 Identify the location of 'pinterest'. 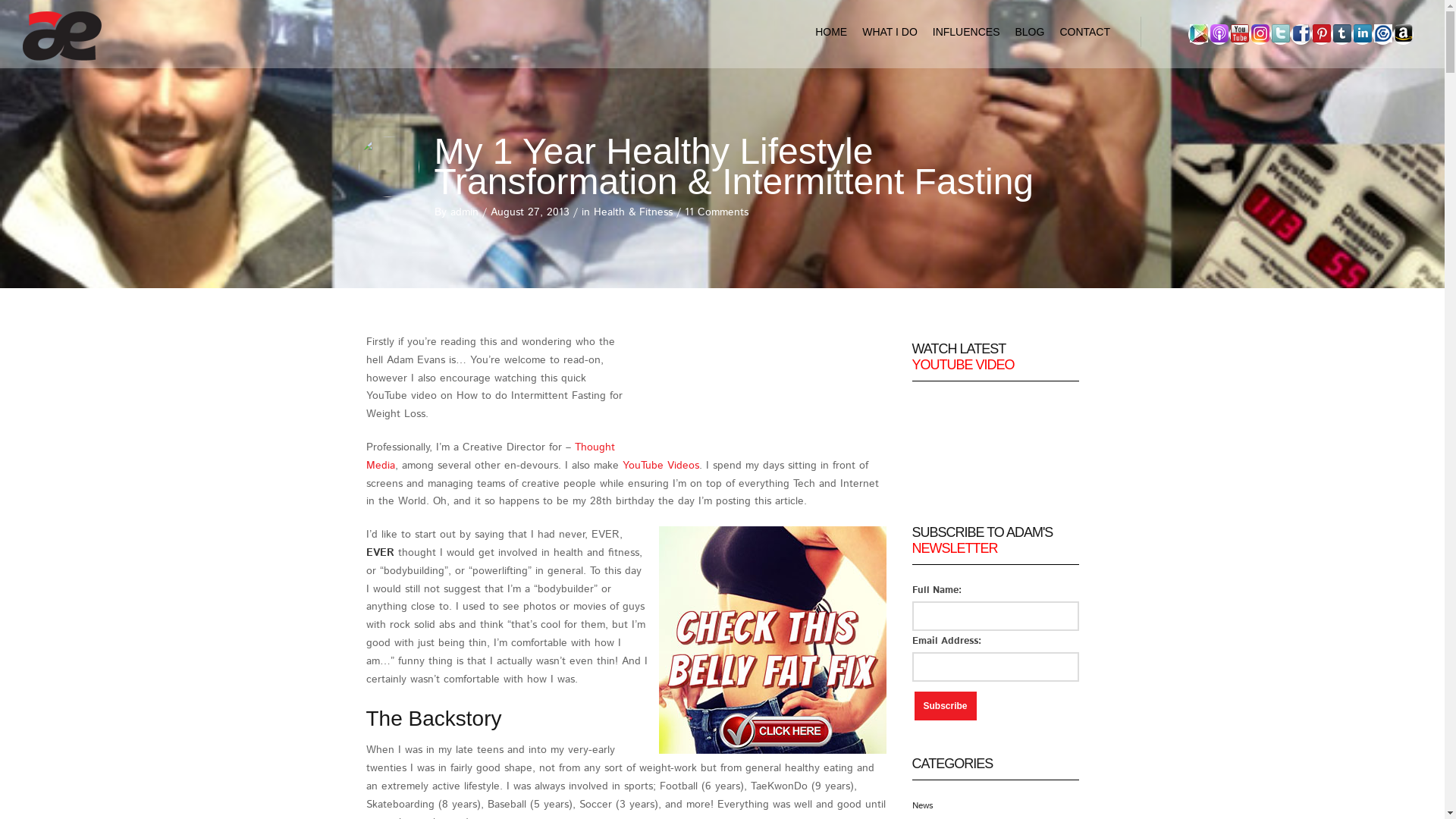
(1319, 34).